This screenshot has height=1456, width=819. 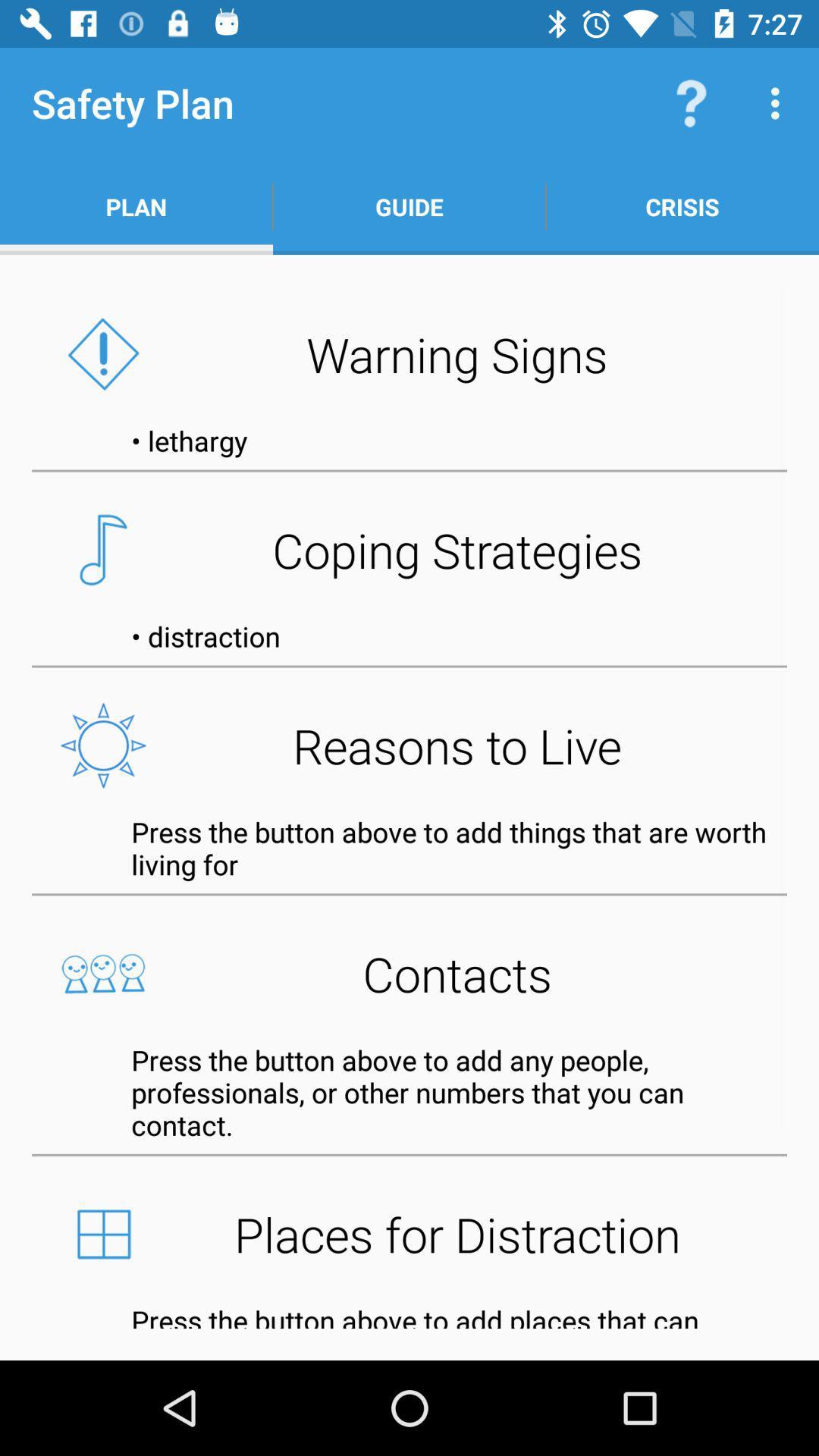 I want to click on guide app, so click(x=409, y=206).